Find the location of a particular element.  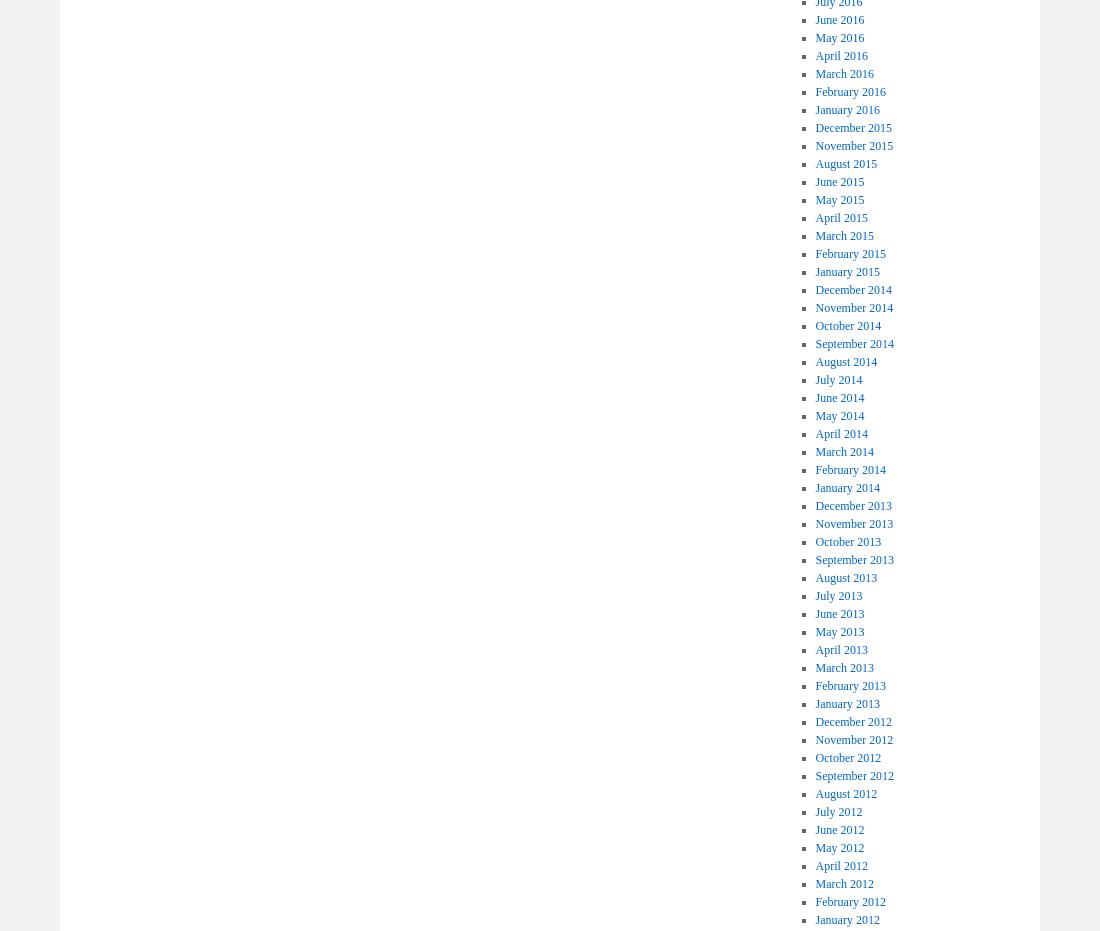

'June 2014' is located at coordinates (814, 398).